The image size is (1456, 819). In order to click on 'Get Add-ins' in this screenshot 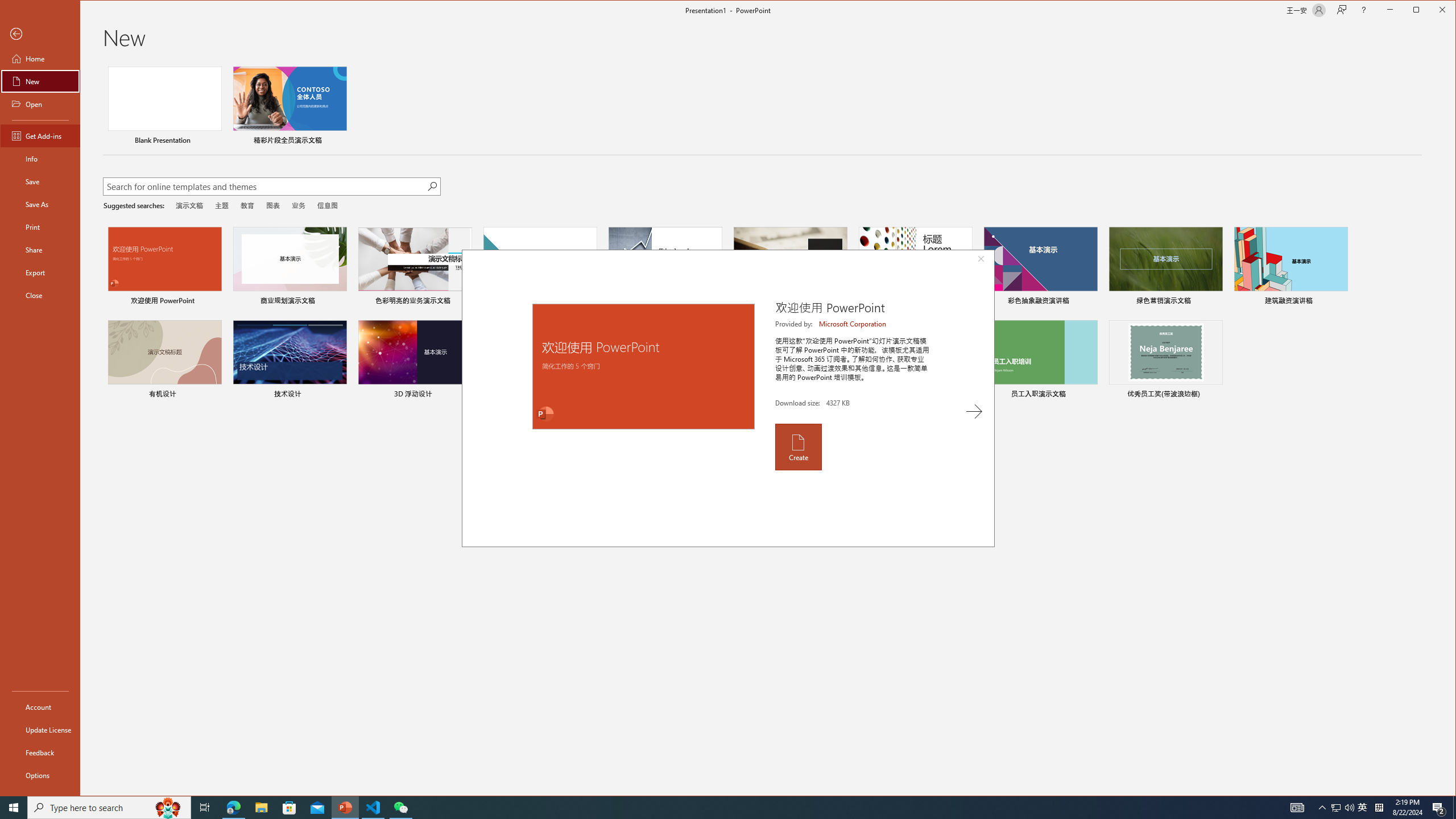, I will do `click(39, 135)`.